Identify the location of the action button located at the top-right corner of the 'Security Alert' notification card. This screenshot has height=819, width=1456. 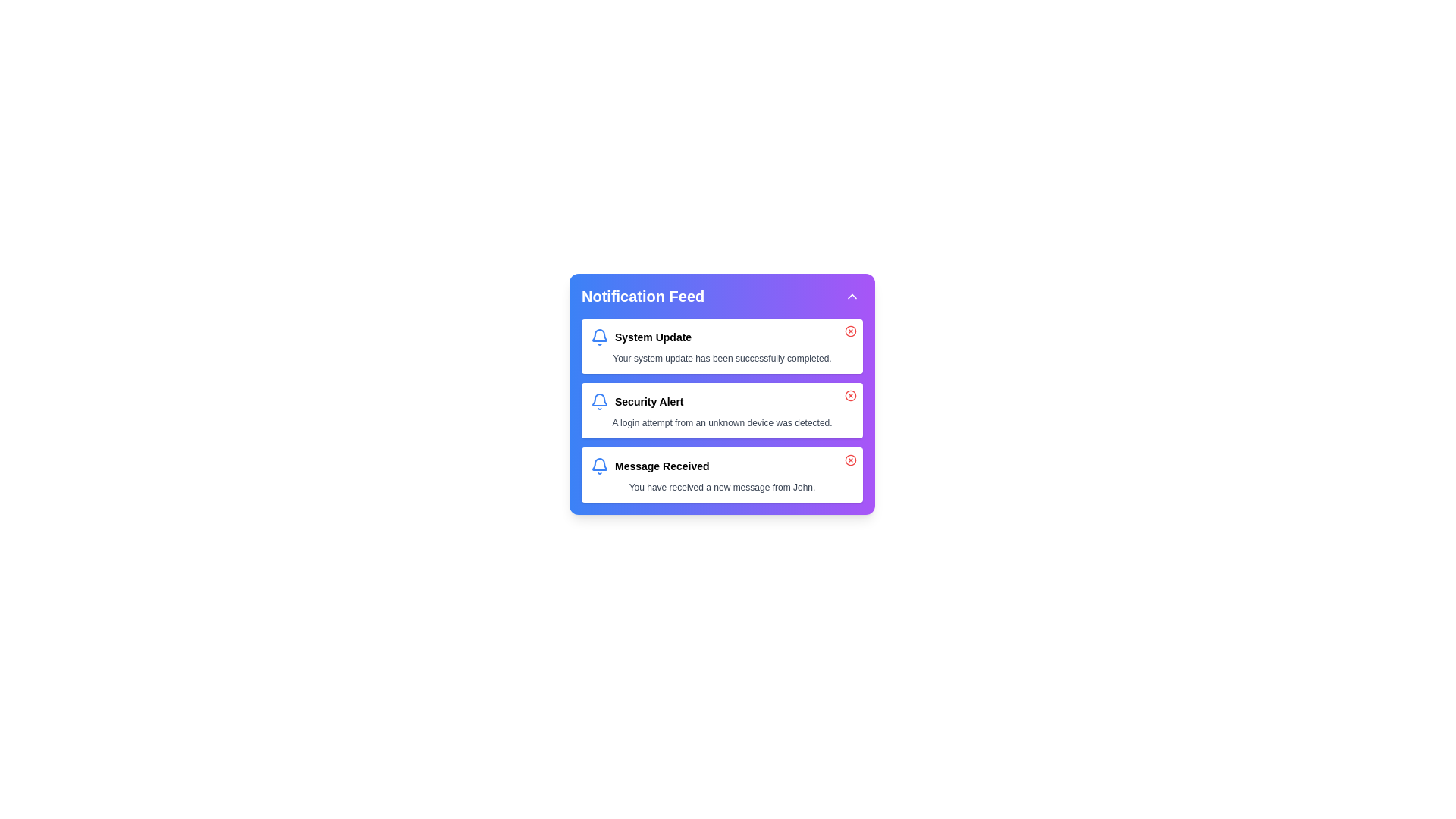
(851, 394).